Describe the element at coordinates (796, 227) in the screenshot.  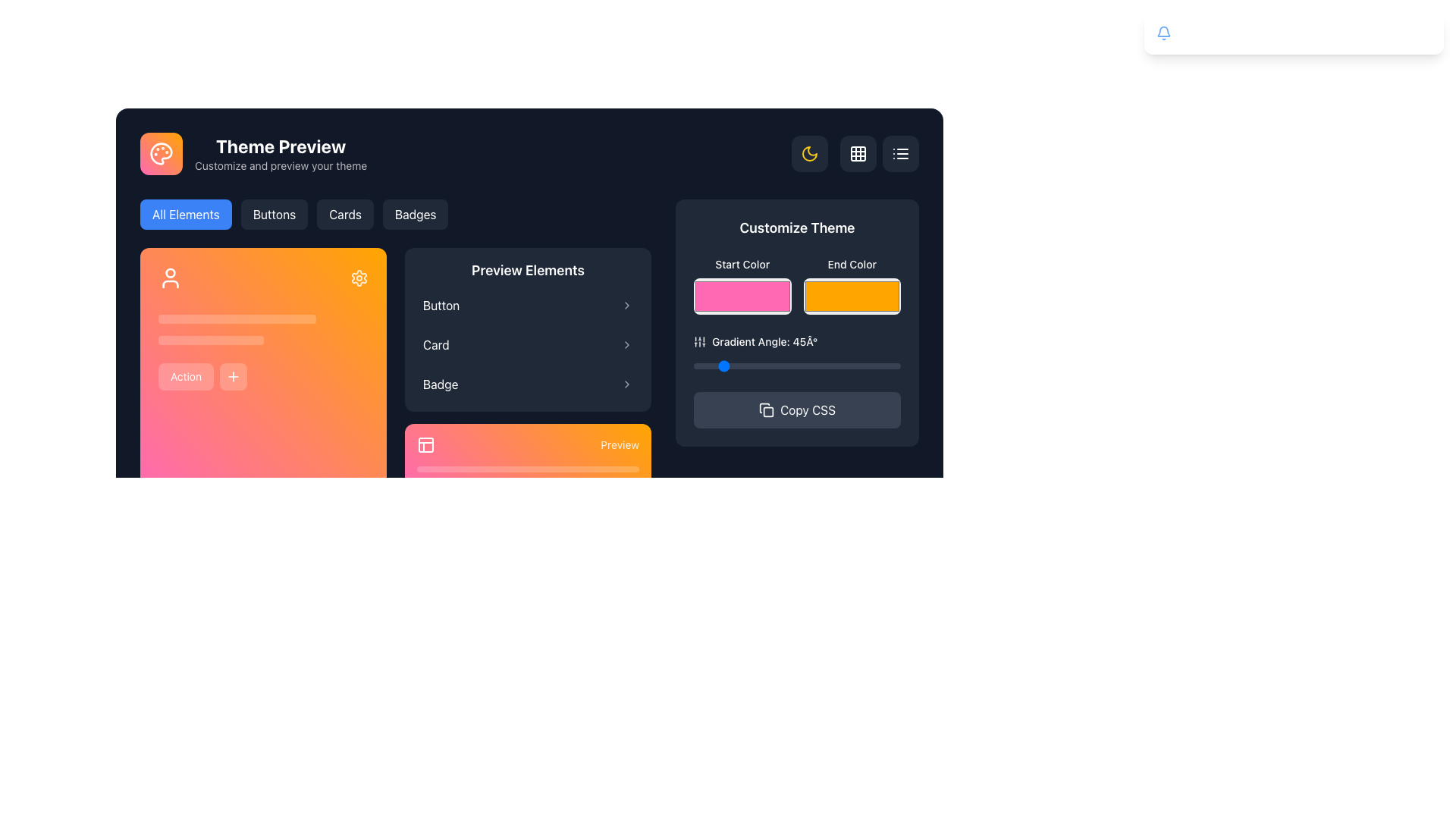
I see `the Text Label that serves as a title for the theme customization section, located in a rounded rectangle panel on the right side of the interface` at that location.